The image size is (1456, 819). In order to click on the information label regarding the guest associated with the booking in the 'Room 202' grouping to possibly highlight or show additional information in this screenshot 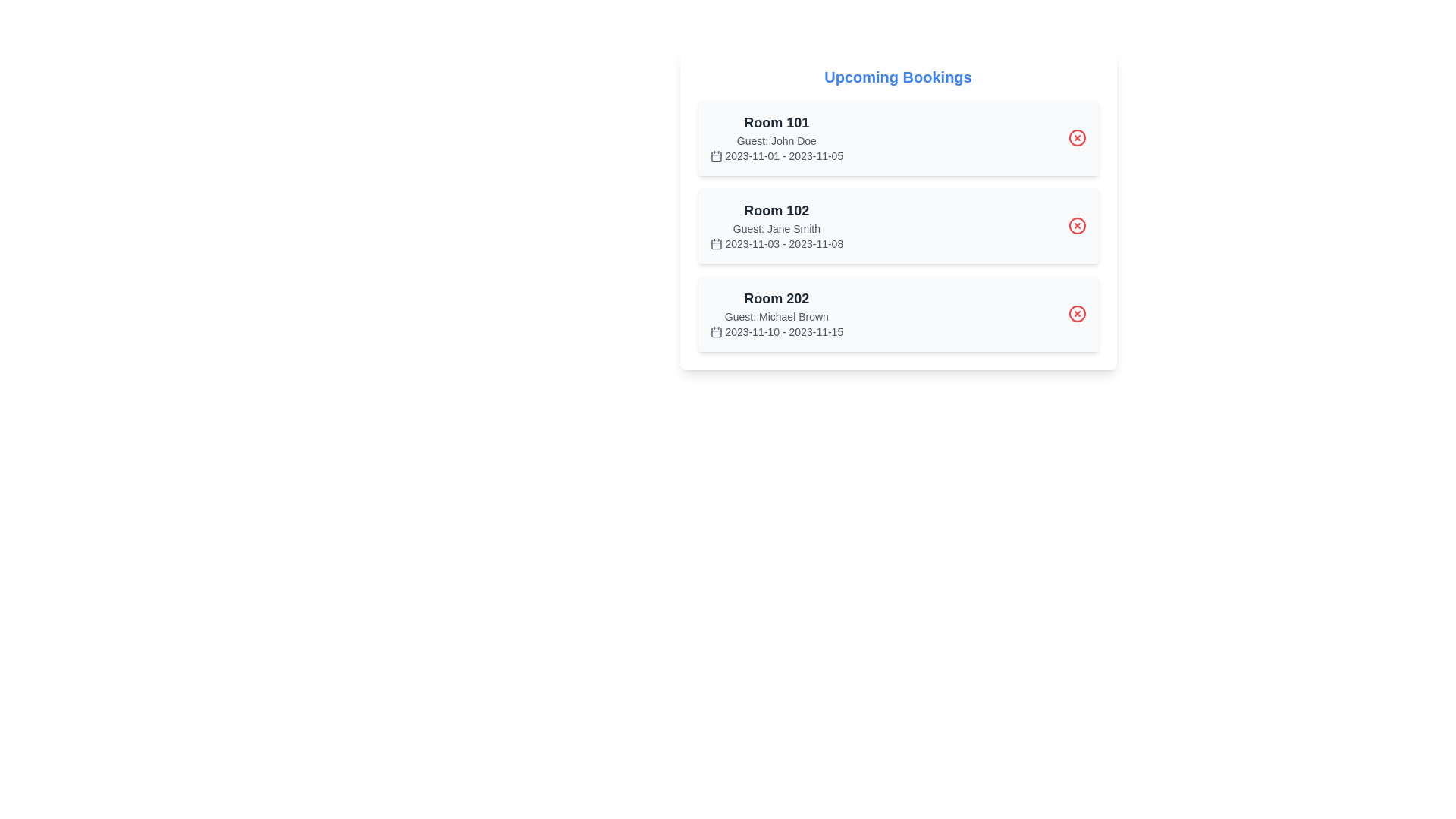, I will do `click(777, 315)`.